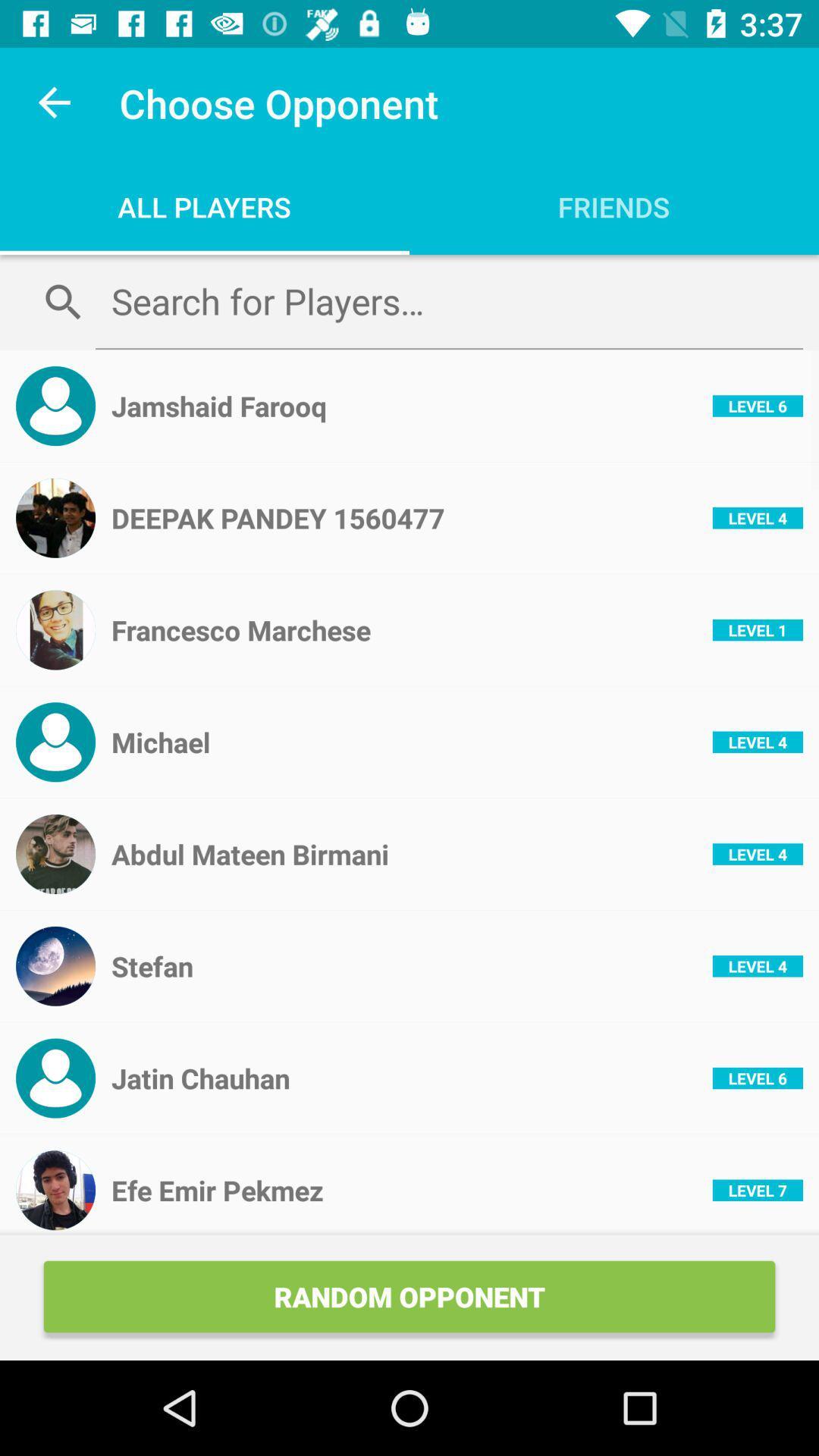 This screenshot has height=1456, width=819. Describe the element at coordinates (448, 301) in the screenshot. I see `search for player` at that location.